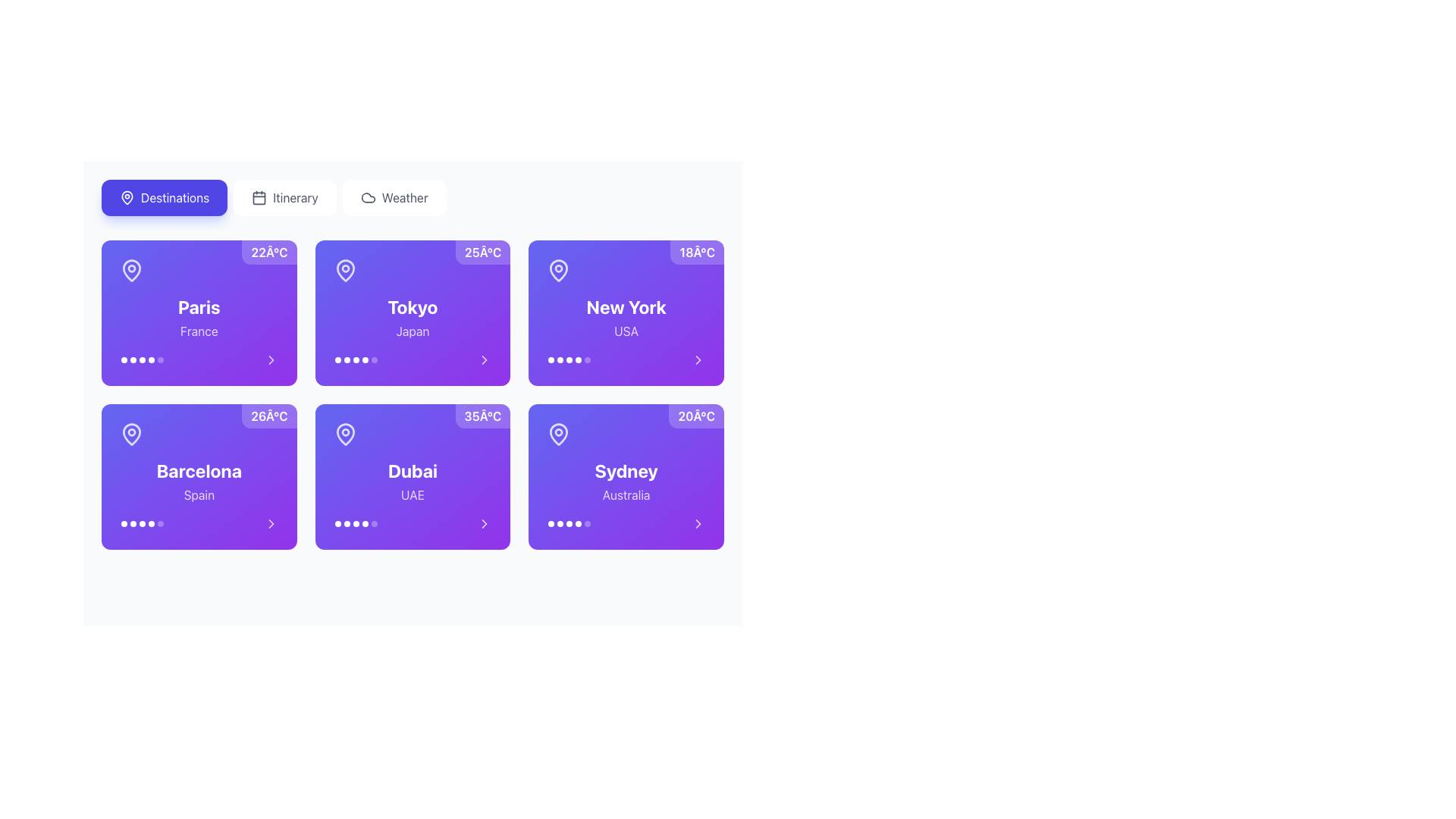  I want to click on the map pin icon located at the top-left of the 'Sydney, Australia' card, which has a white outline and a transparent interior, so click(558, 435).